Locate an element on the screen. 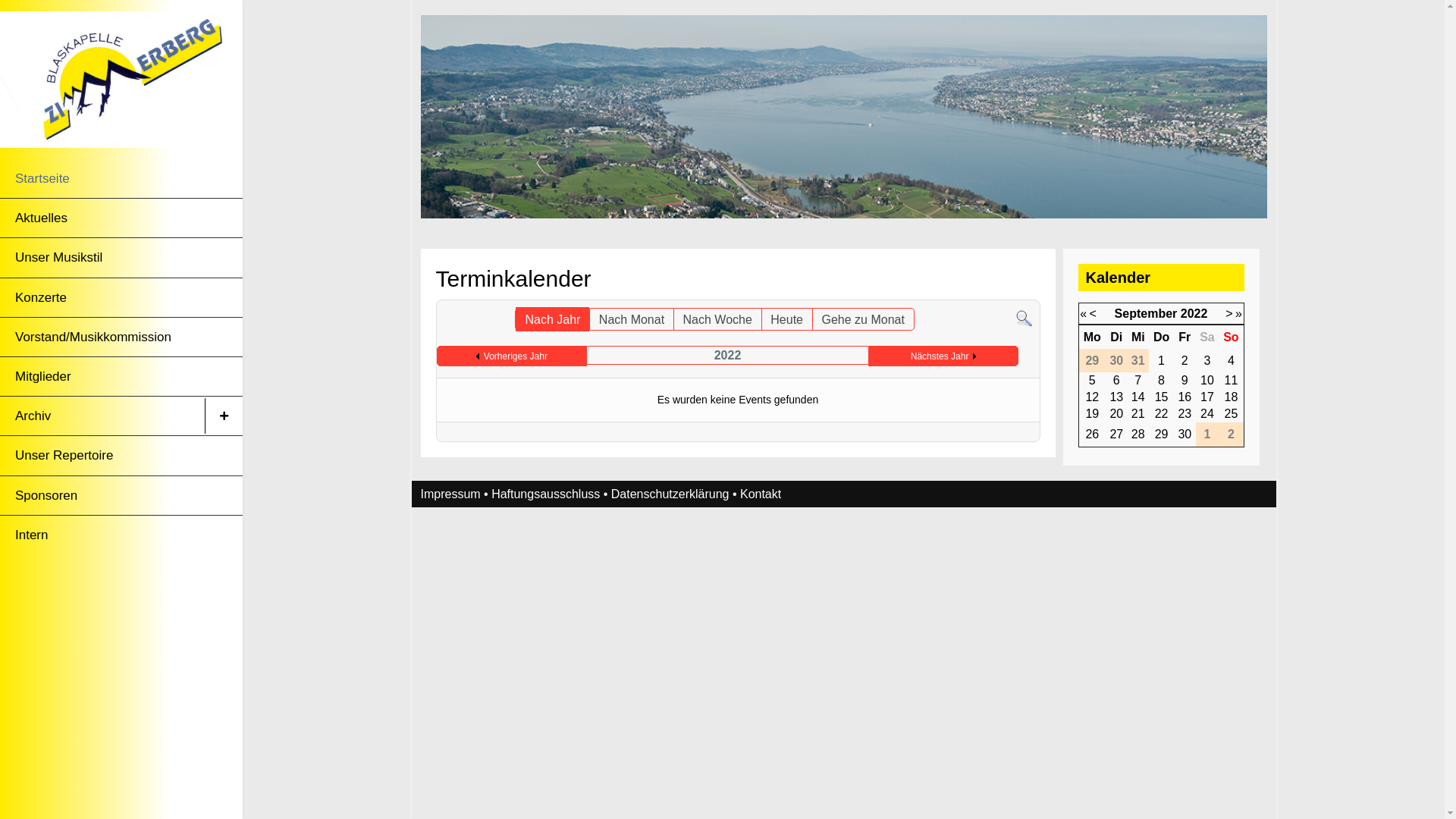 This screenshot has height=819, width=1456. '11' is located at coordinates (1231, 379).